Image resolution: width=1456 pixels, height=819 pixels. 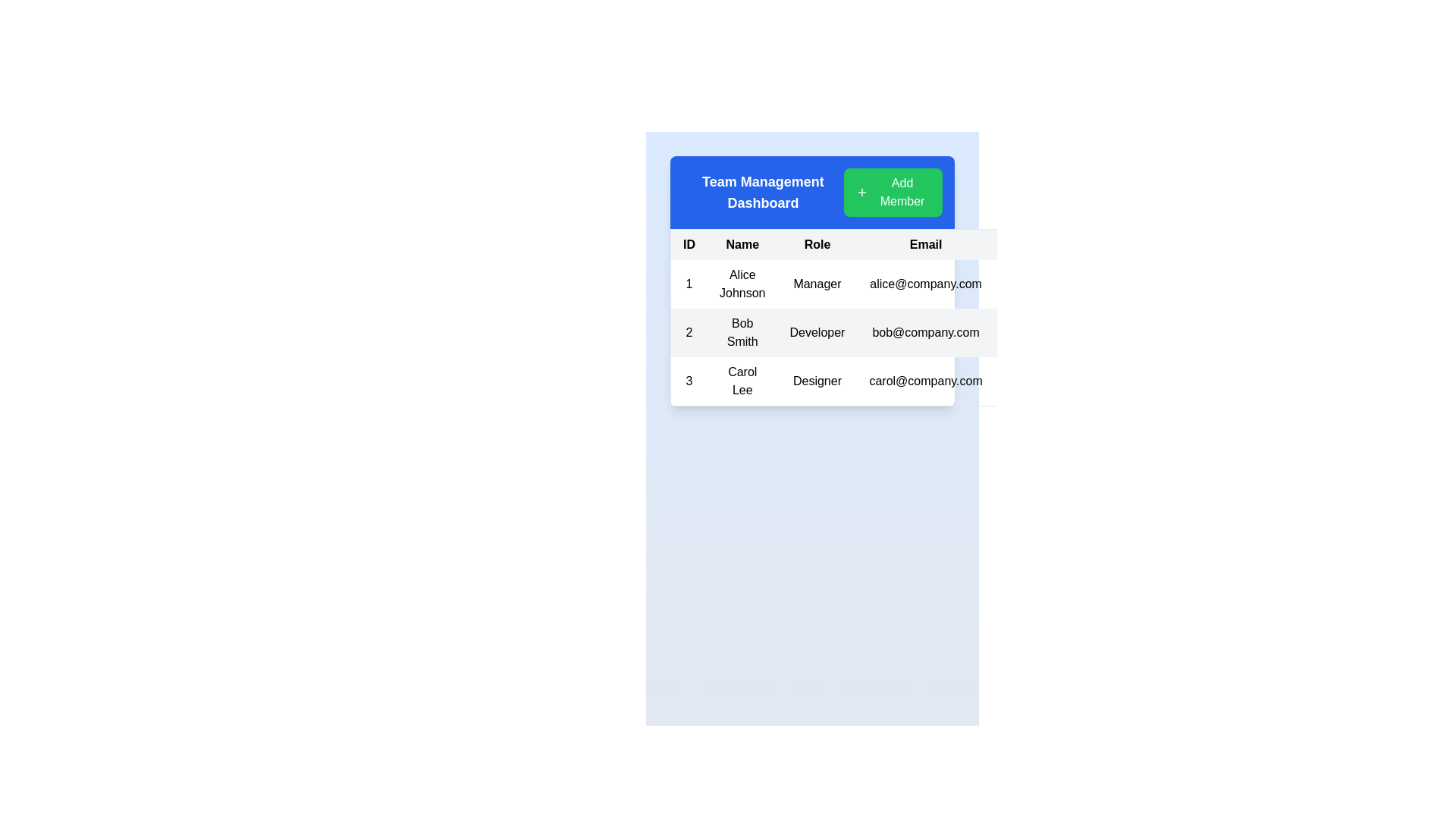 I want to click on the third table row displaying detailed information about an individual, including their ID, name, role, email address, and status, so click(x=904, y=381).